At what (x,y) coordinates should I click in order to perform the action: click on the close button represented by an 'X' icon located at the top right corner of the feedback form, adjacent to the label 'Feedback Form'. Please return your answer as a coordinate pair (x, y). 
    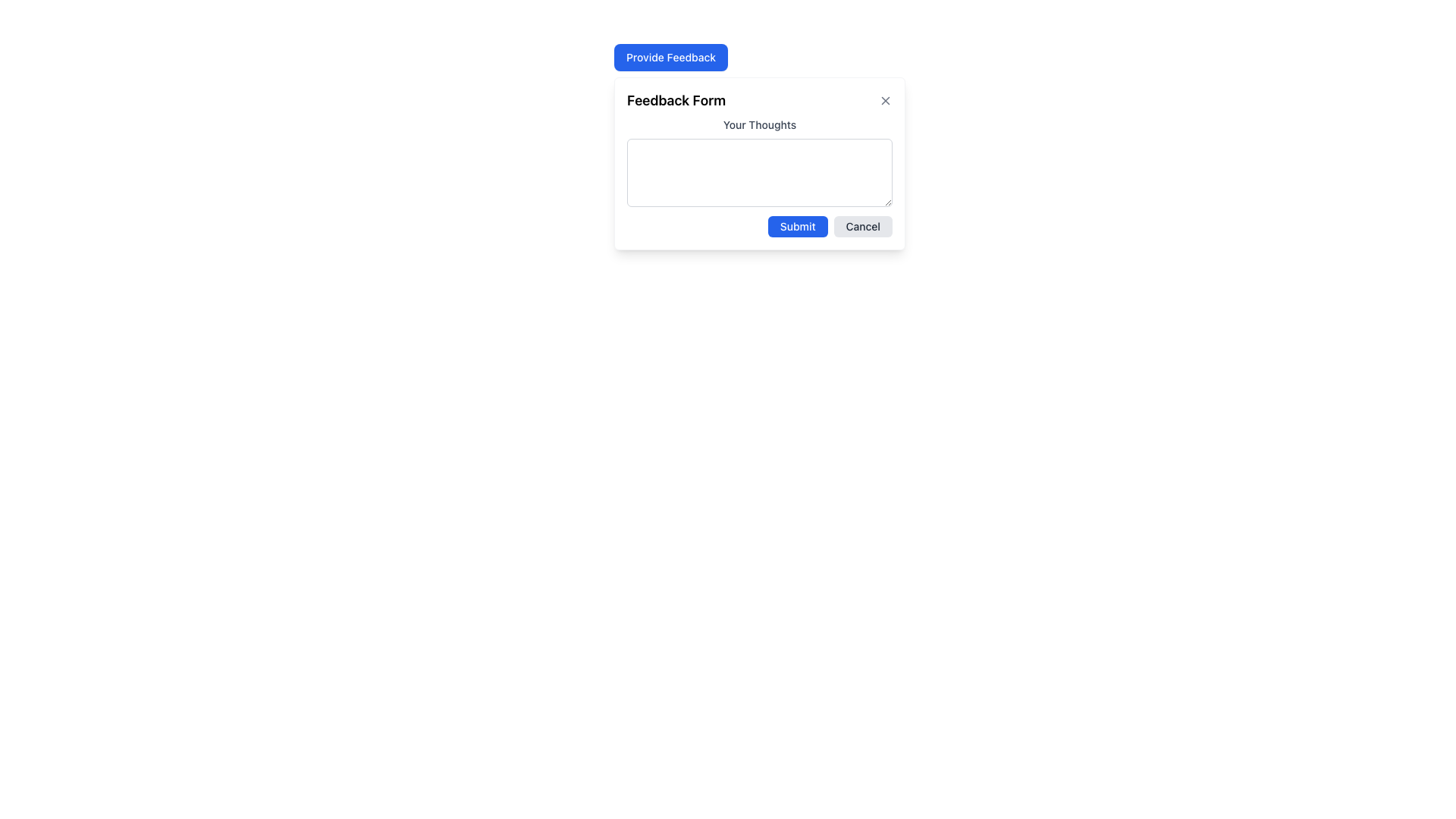
    Looking at the image, I should click on (885, 100).